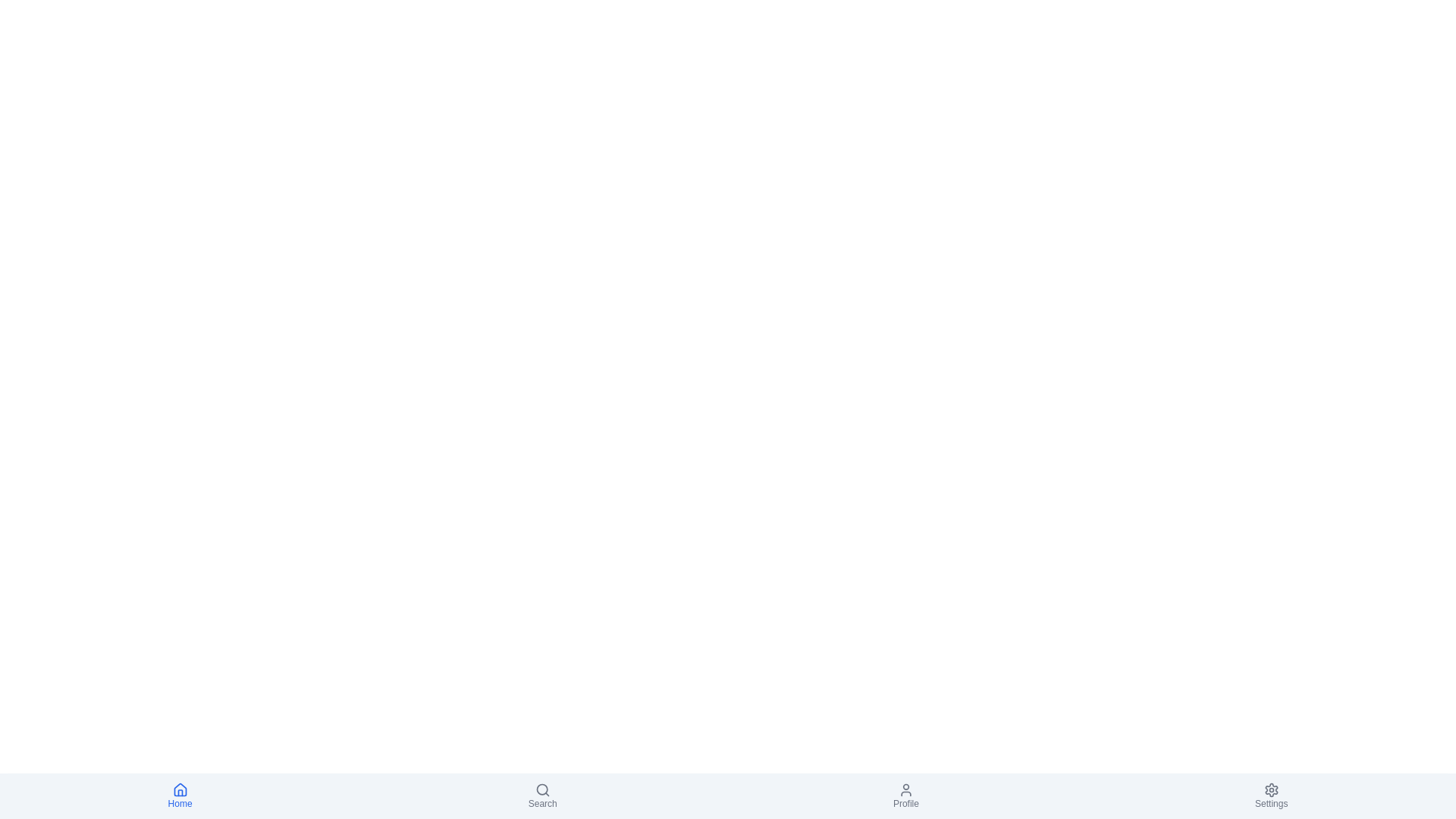 The height and width of the screenshot is (819, 1456). I want to click on the text label displaying 'Home', which is located centrally below the house icon in the bottom navigation bar, so click(180, 803).